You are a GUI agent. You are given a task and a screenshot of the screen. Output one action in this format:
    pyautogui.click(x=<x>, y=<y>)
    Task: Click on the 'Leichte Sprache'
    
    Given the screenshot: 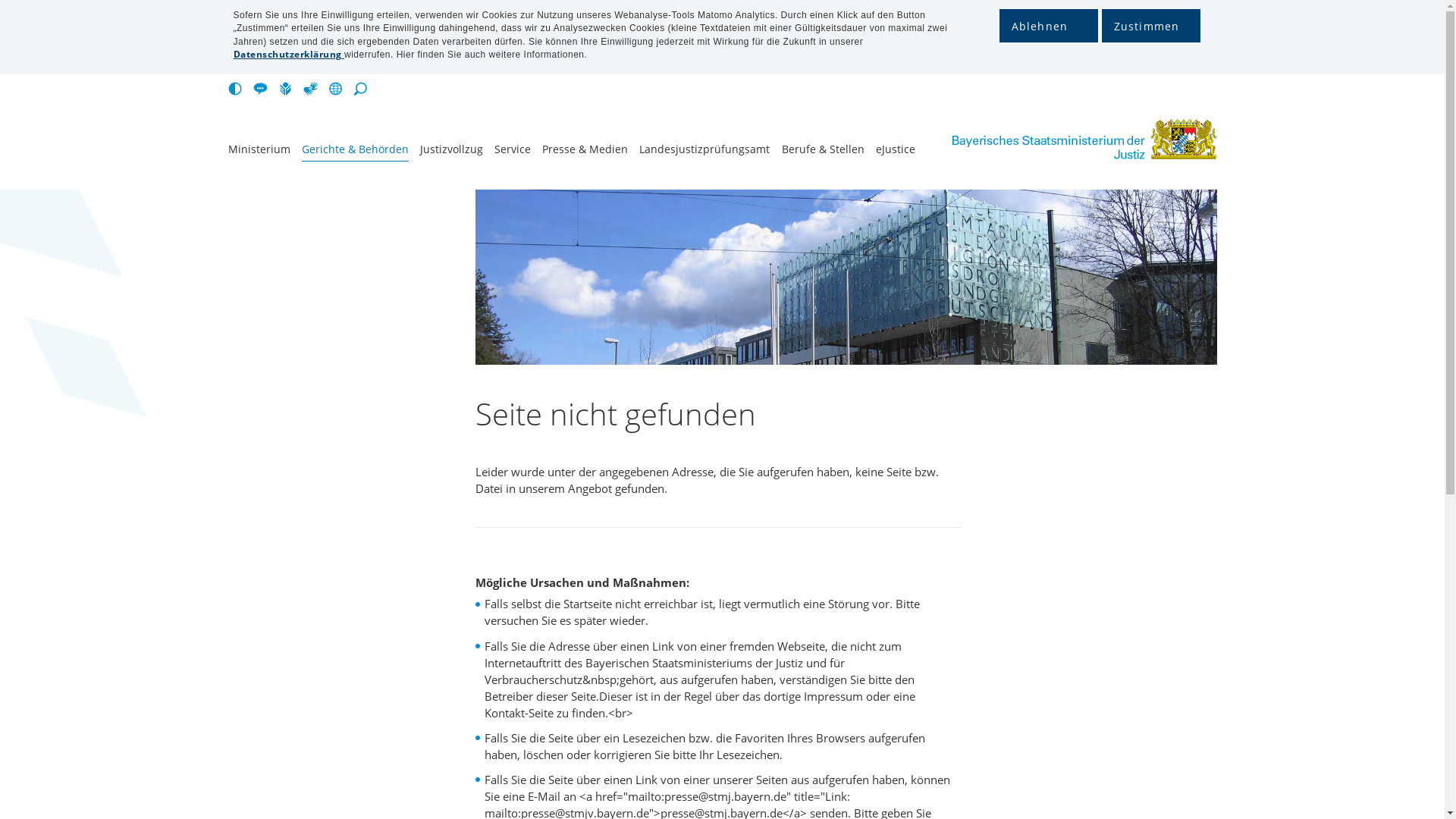 What is the action you would take?
    pyautogui.click(x=288, y=88)
    